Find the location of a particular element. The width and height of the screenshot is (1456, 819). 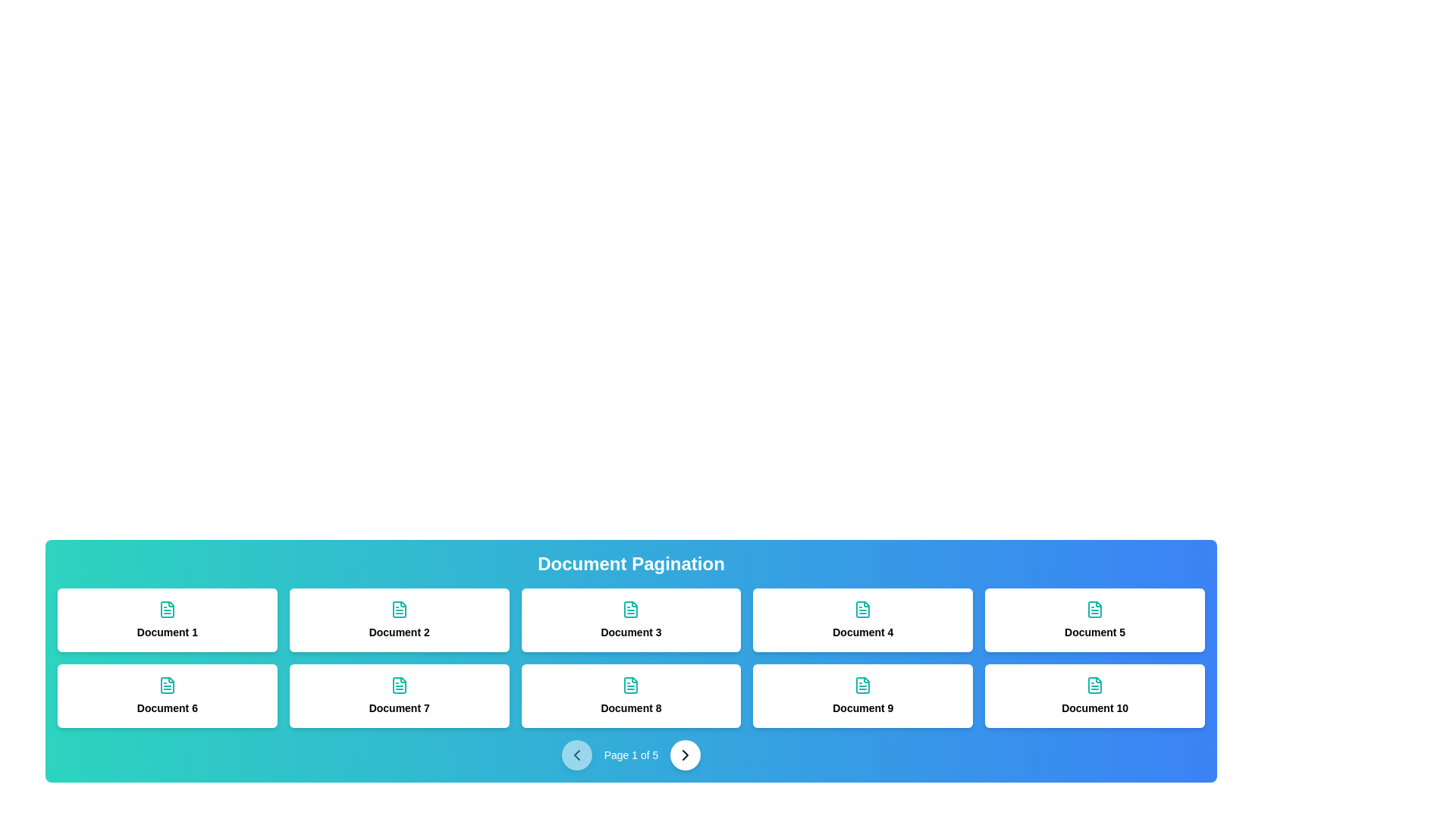

the button labeled 'Document 3', which is the third button in the top row of a two-row grid, surrounded by 'Document 2' and 'Document 4' is located at coordinates (631, 620).